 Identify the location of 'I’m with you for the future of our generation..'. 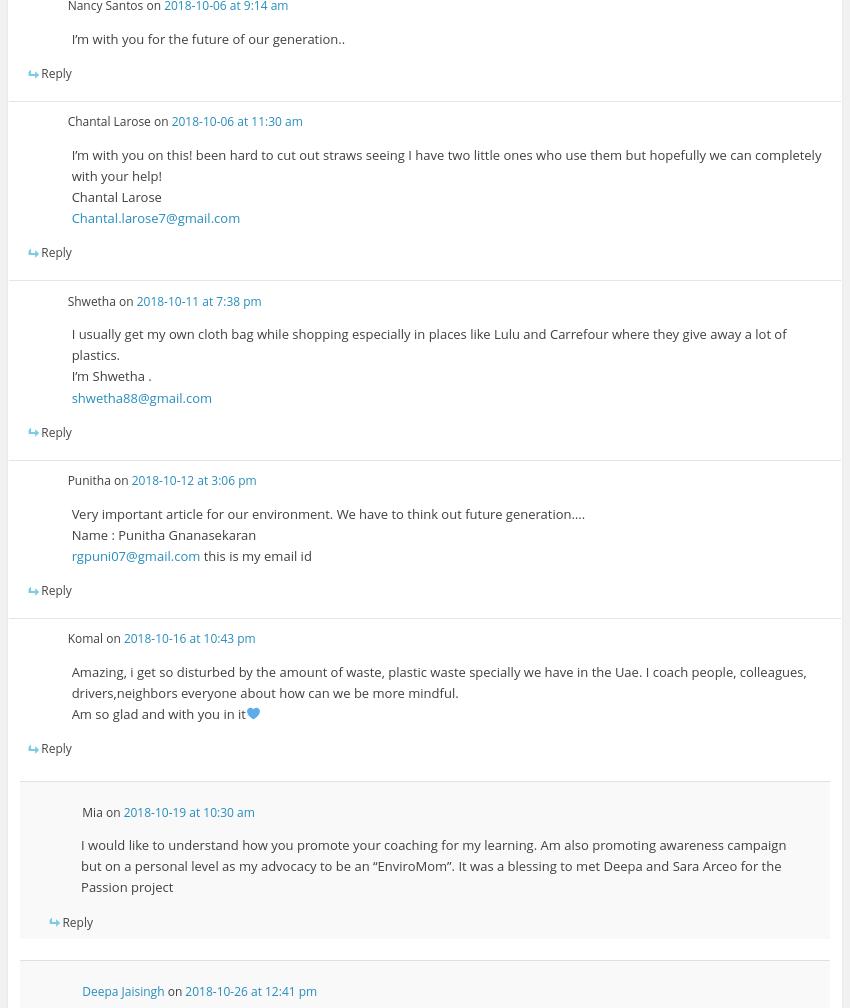
(70, 38).